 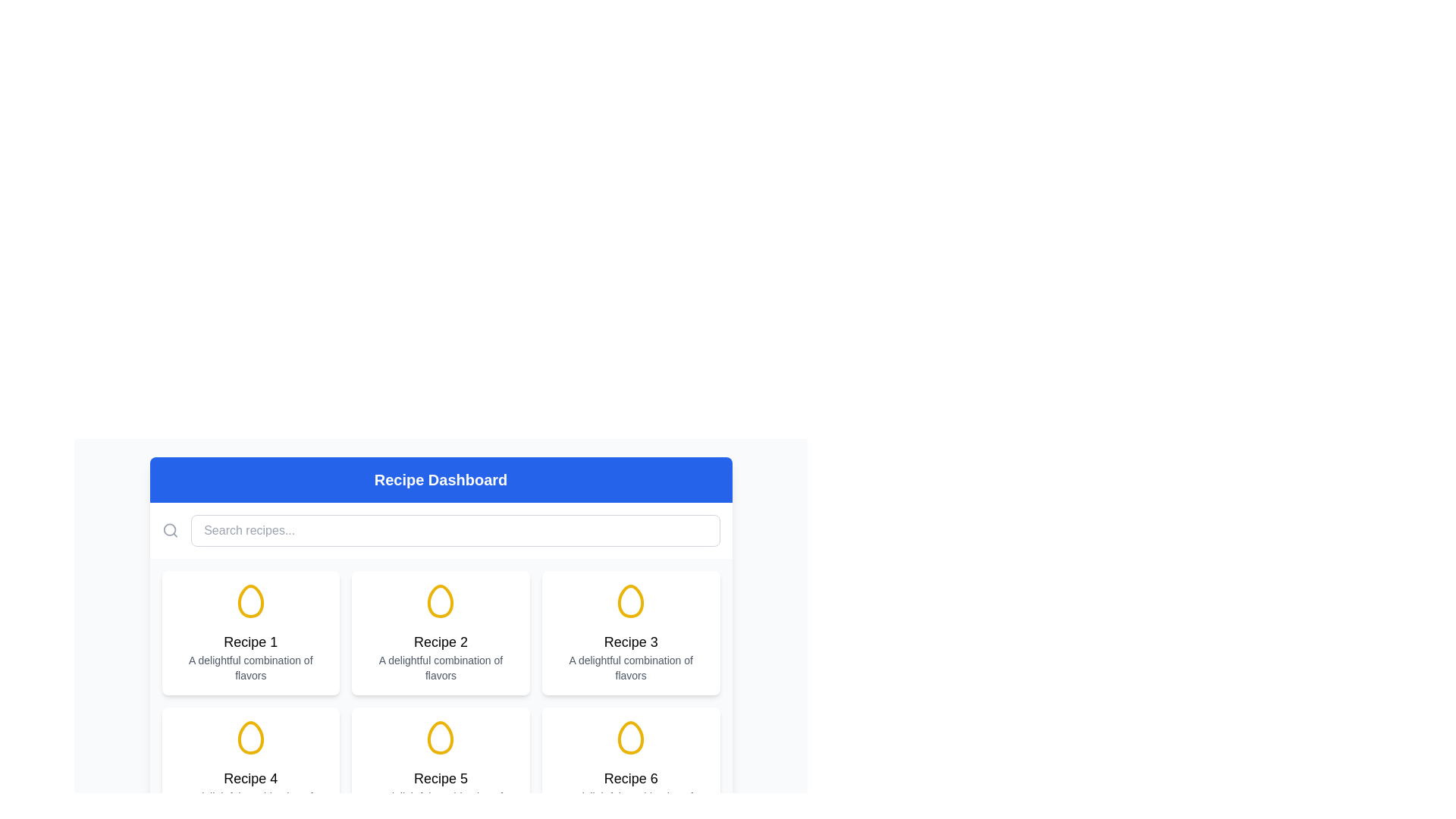 I want to click on the SVG icon representing 'Recipe 2' in the second card of the grid layout under the 'Recipe Dashboard' title, so click(x=440, y=601).